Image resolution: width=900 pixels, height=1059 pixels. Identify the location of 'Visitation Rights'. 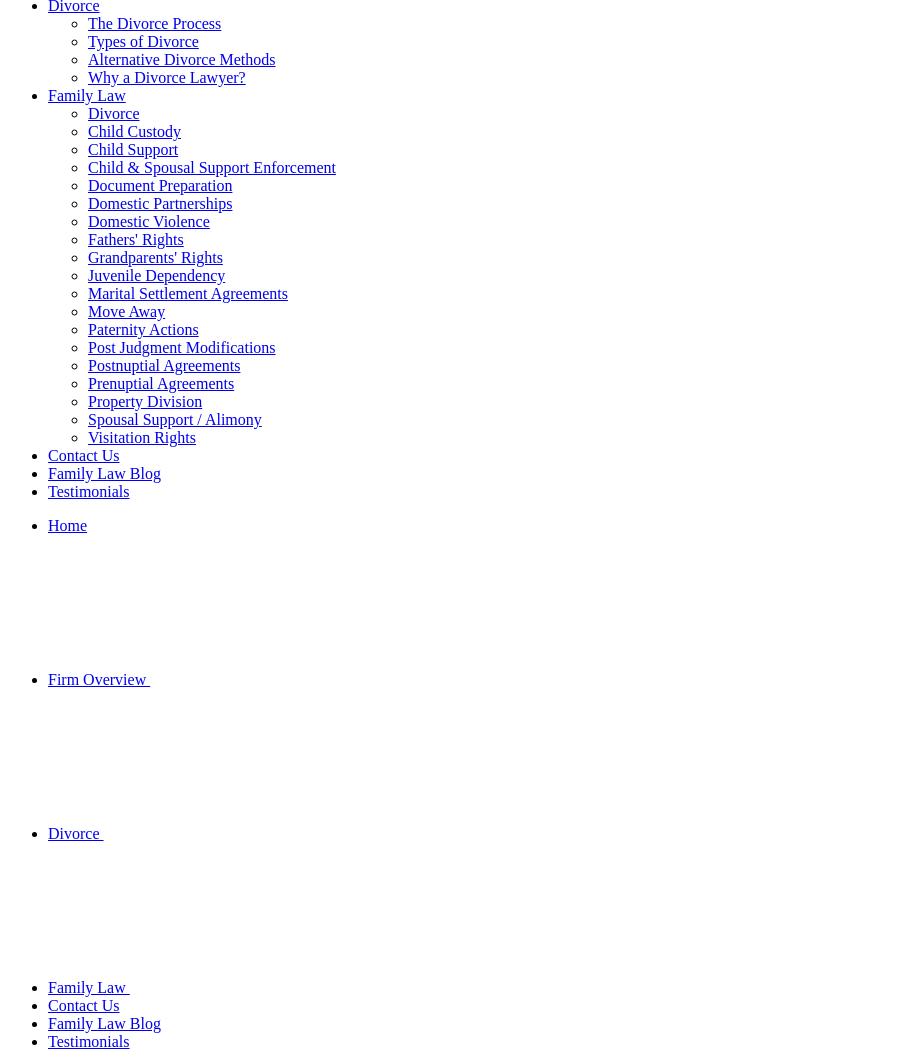
(141, 437).